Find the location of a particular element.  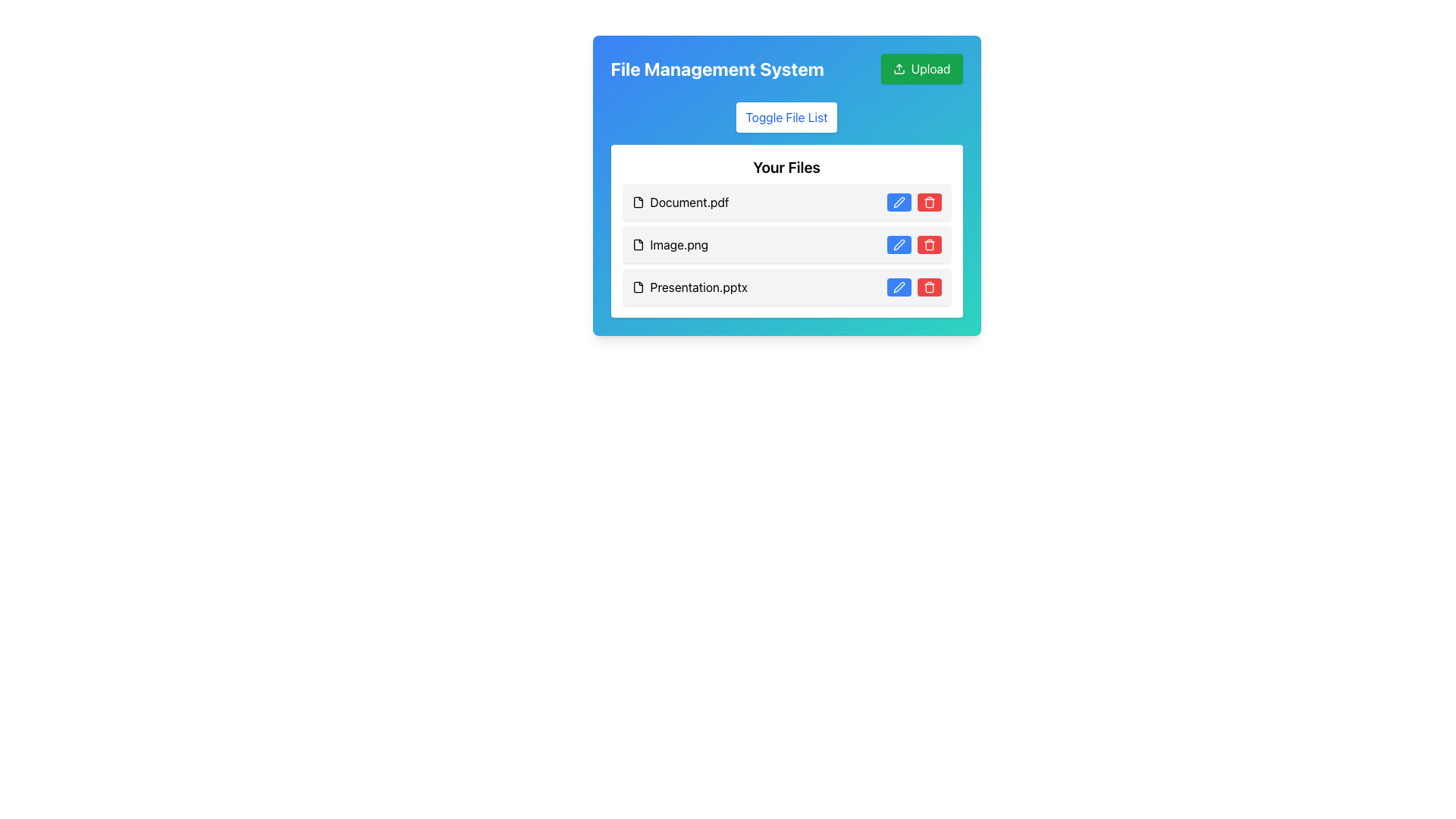

the file row containing the text label displaying 'Document.pdf', which is located under the 'Your Files' section is located at coordinates (679, 201).